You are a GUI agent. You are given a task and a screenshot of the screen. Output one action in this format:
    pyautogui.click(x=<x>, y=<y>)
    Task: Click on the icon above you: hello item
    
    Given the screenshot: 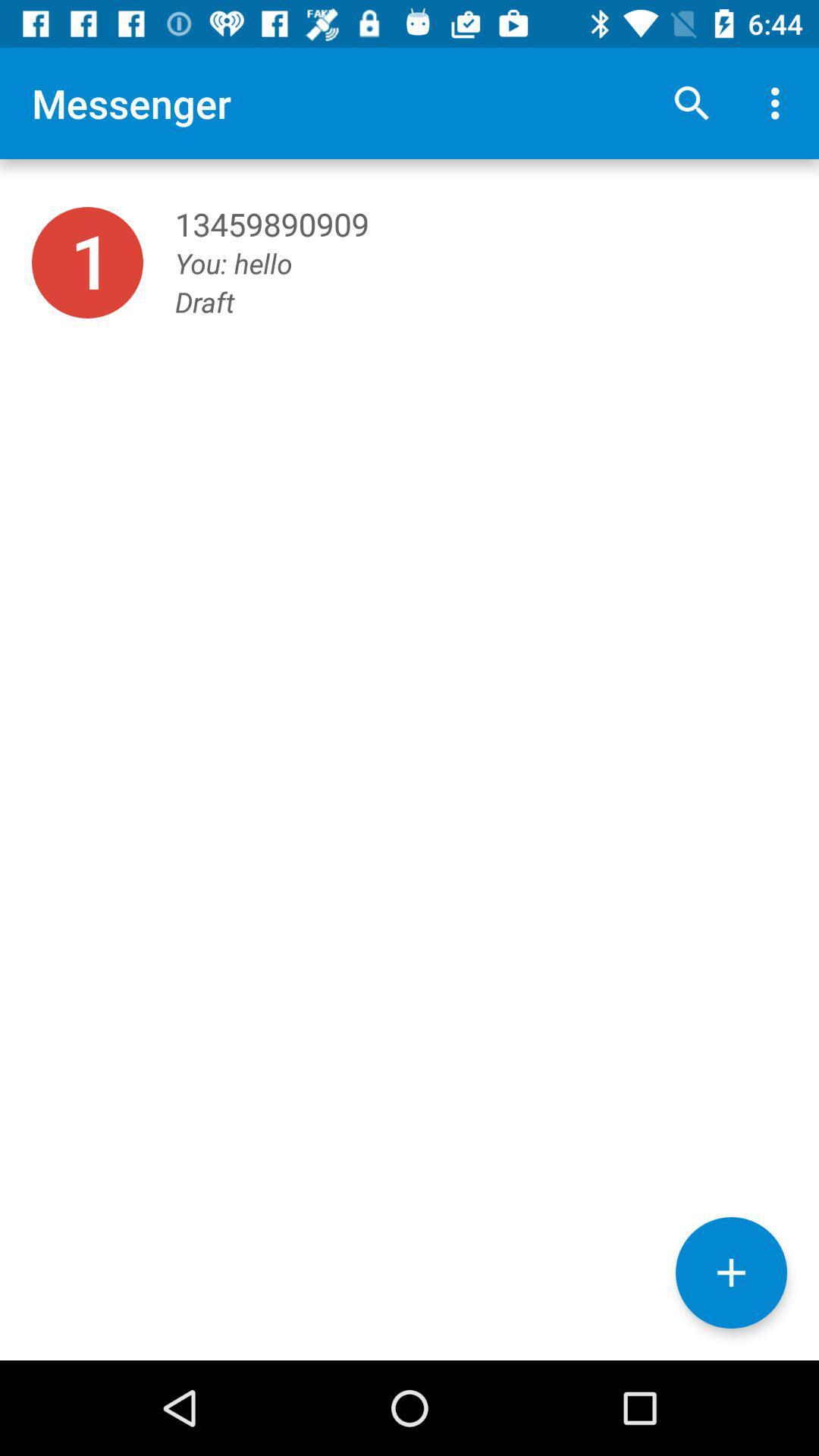 What is the action you would take?
    pyautogui.click(x=779, y=102)
    